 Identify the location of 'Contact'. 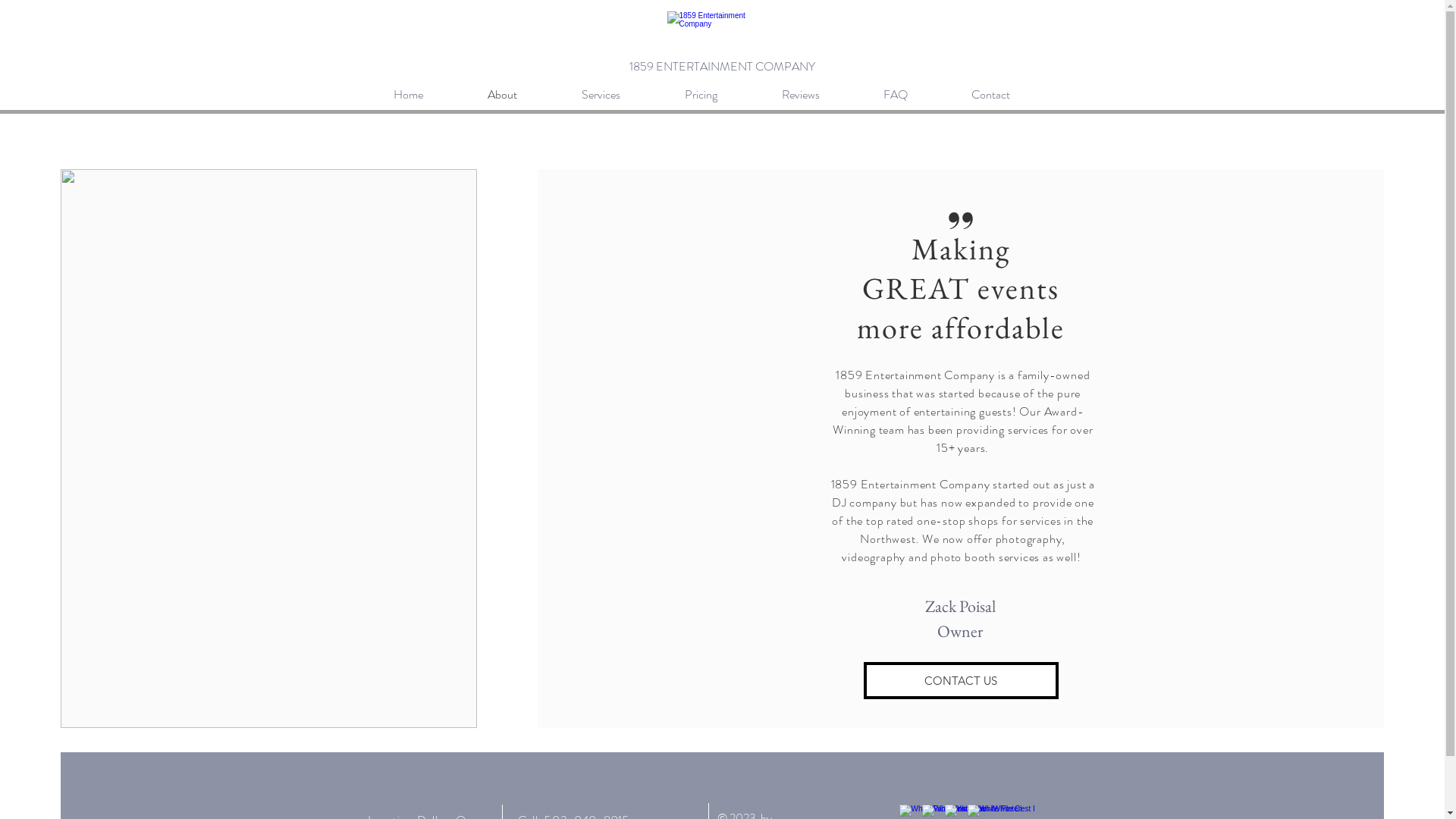
(1011, 94).